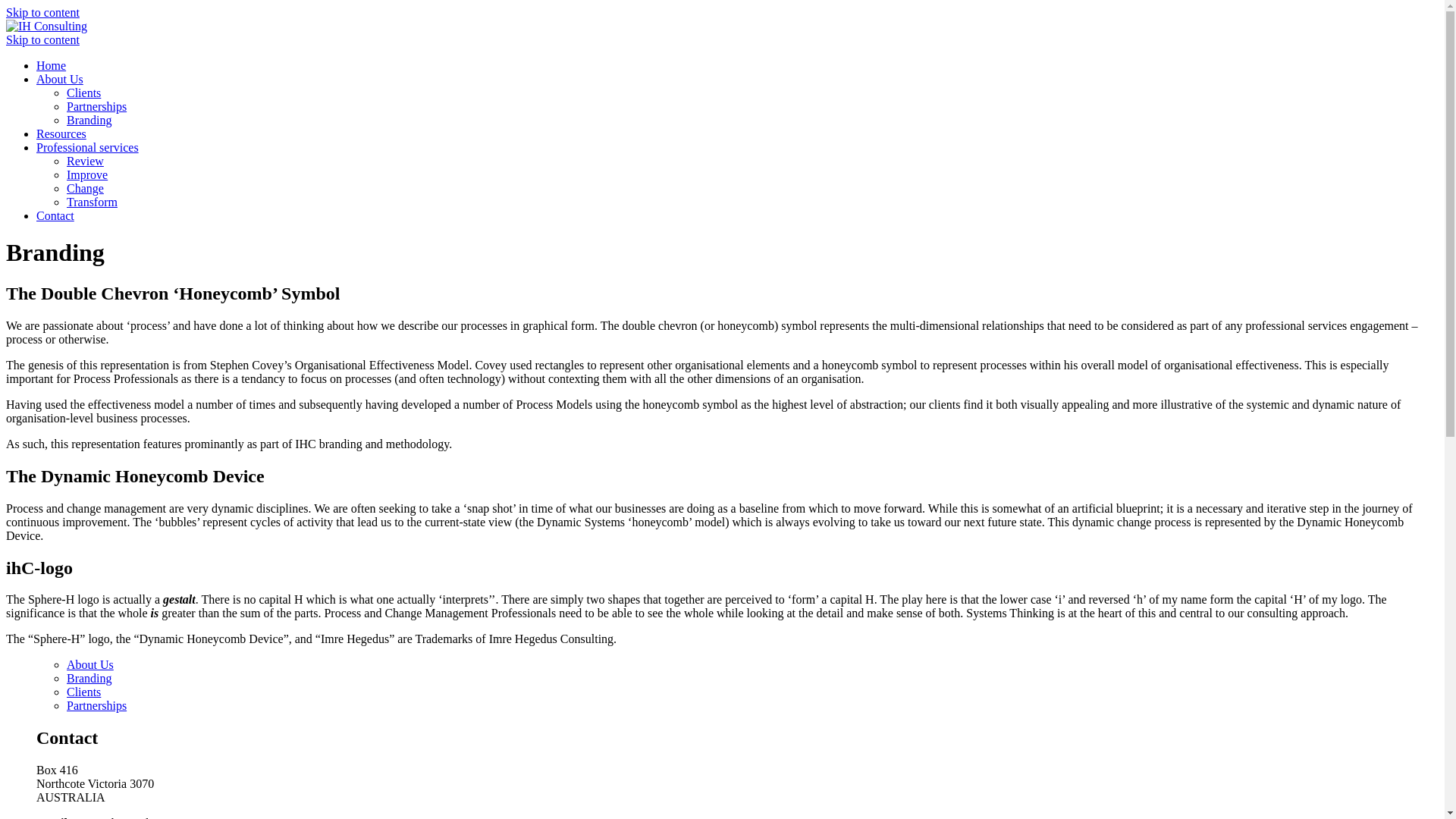  I want to click on 'Transform', so click(91, 201).